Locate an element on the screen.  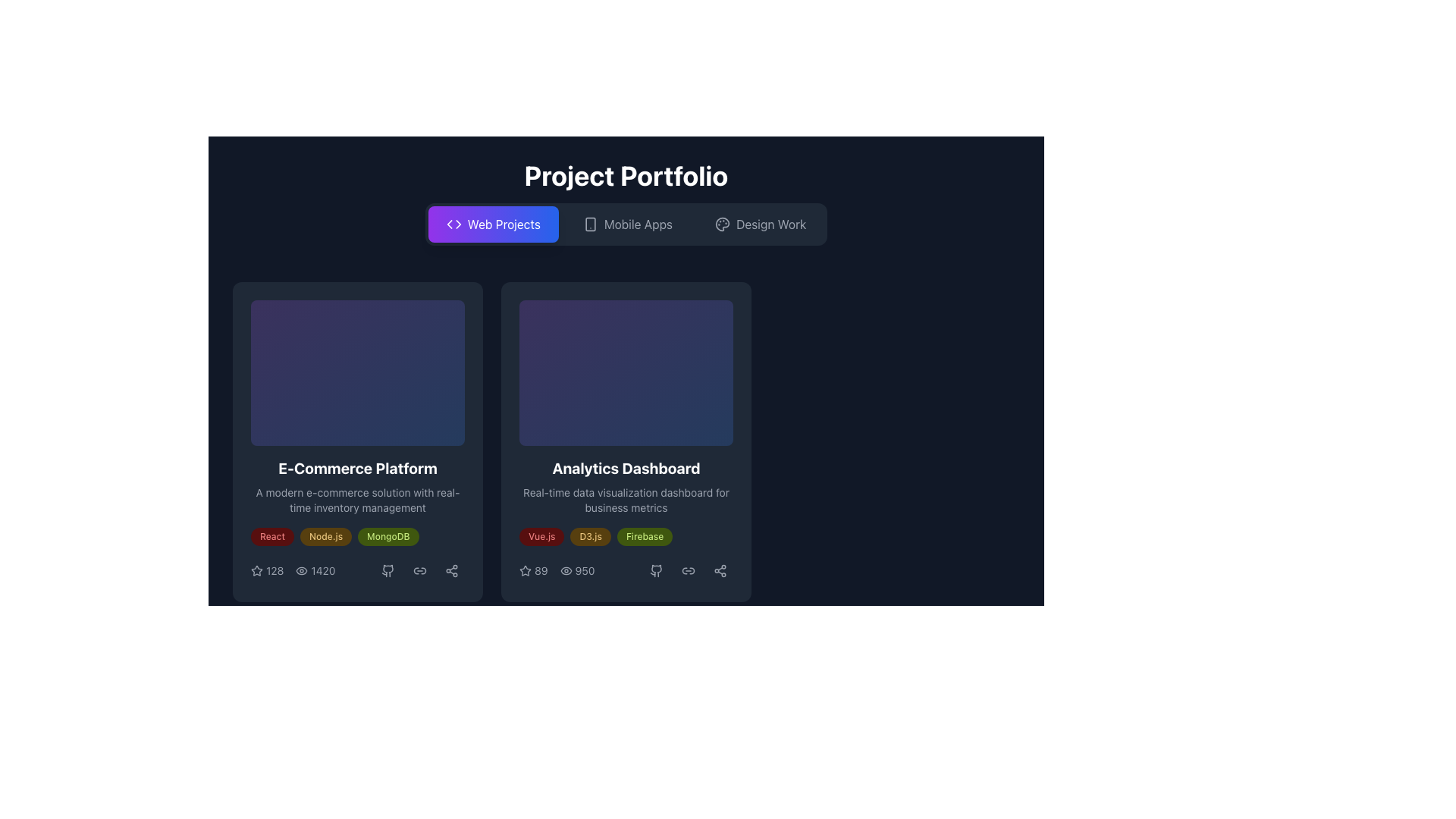
the left-facing arrow icon in the toolbar above the main content, which symbolizes a coding or exchange concept is located at coordinates (448, 224).